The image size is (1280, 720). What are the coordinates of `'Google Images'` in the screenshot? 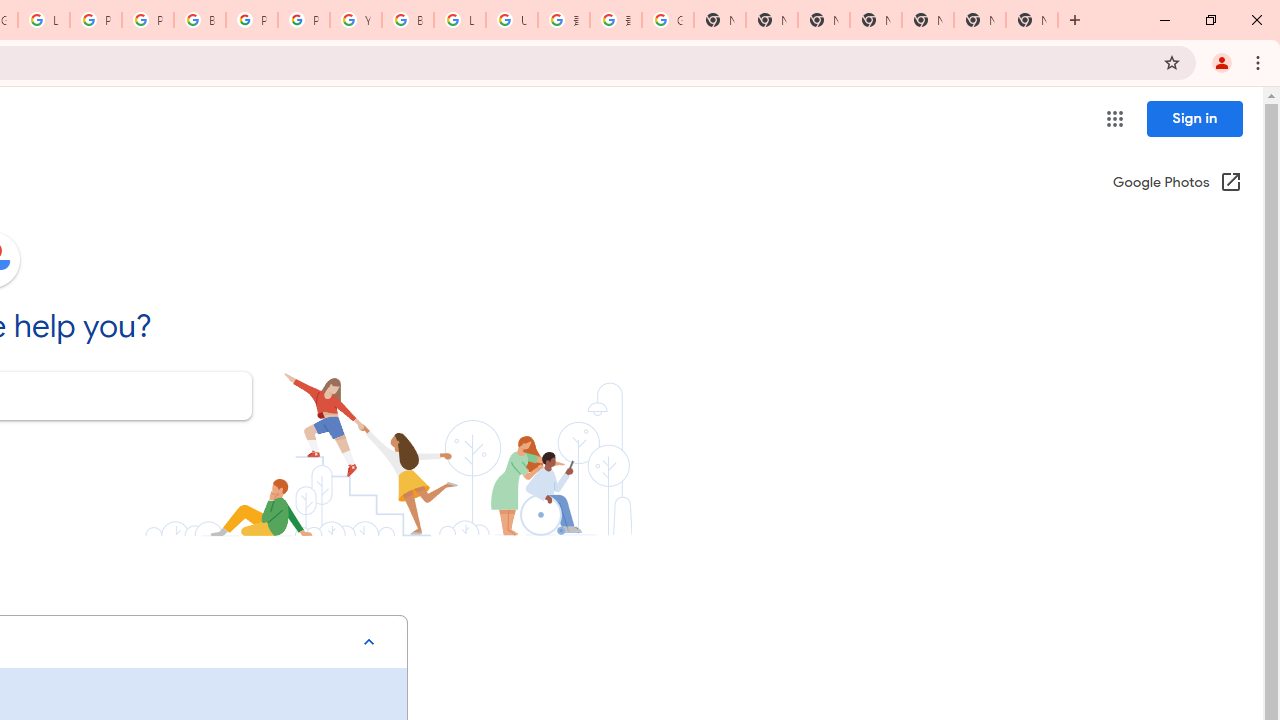 It's located at (668, 20).